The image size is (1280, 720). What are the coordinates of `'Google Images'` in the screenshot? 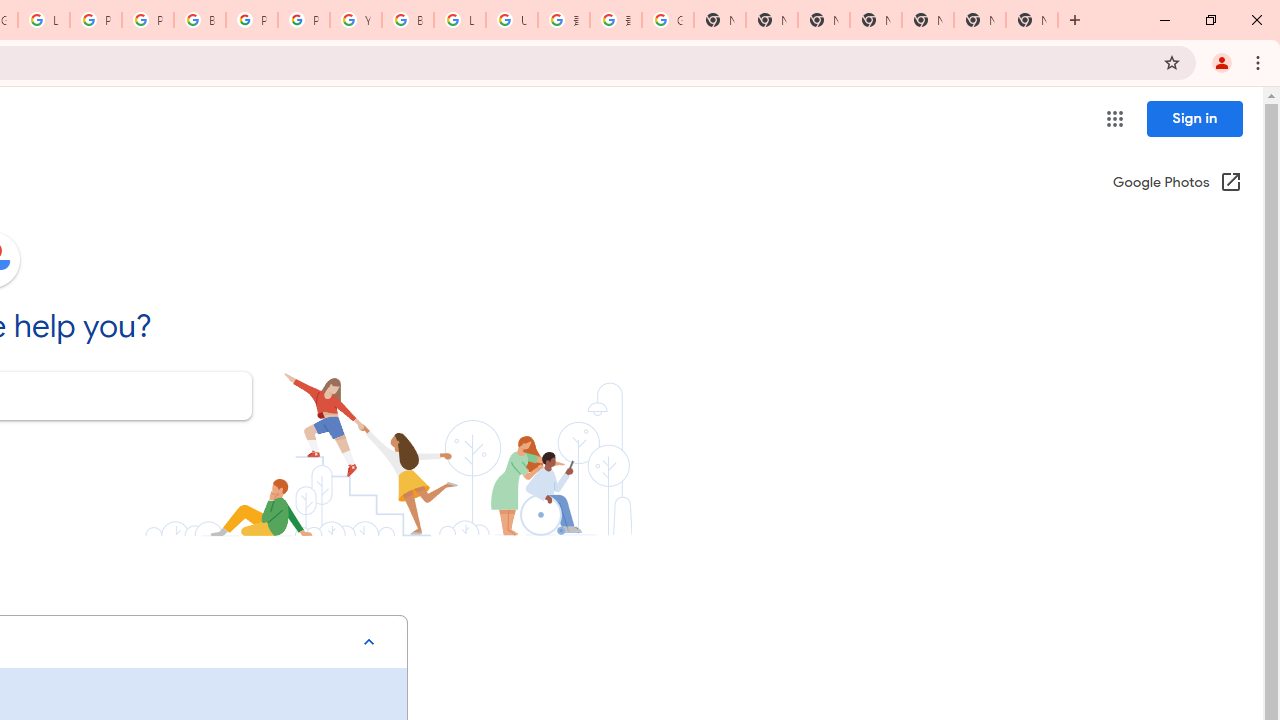 It's located at (668, 20).